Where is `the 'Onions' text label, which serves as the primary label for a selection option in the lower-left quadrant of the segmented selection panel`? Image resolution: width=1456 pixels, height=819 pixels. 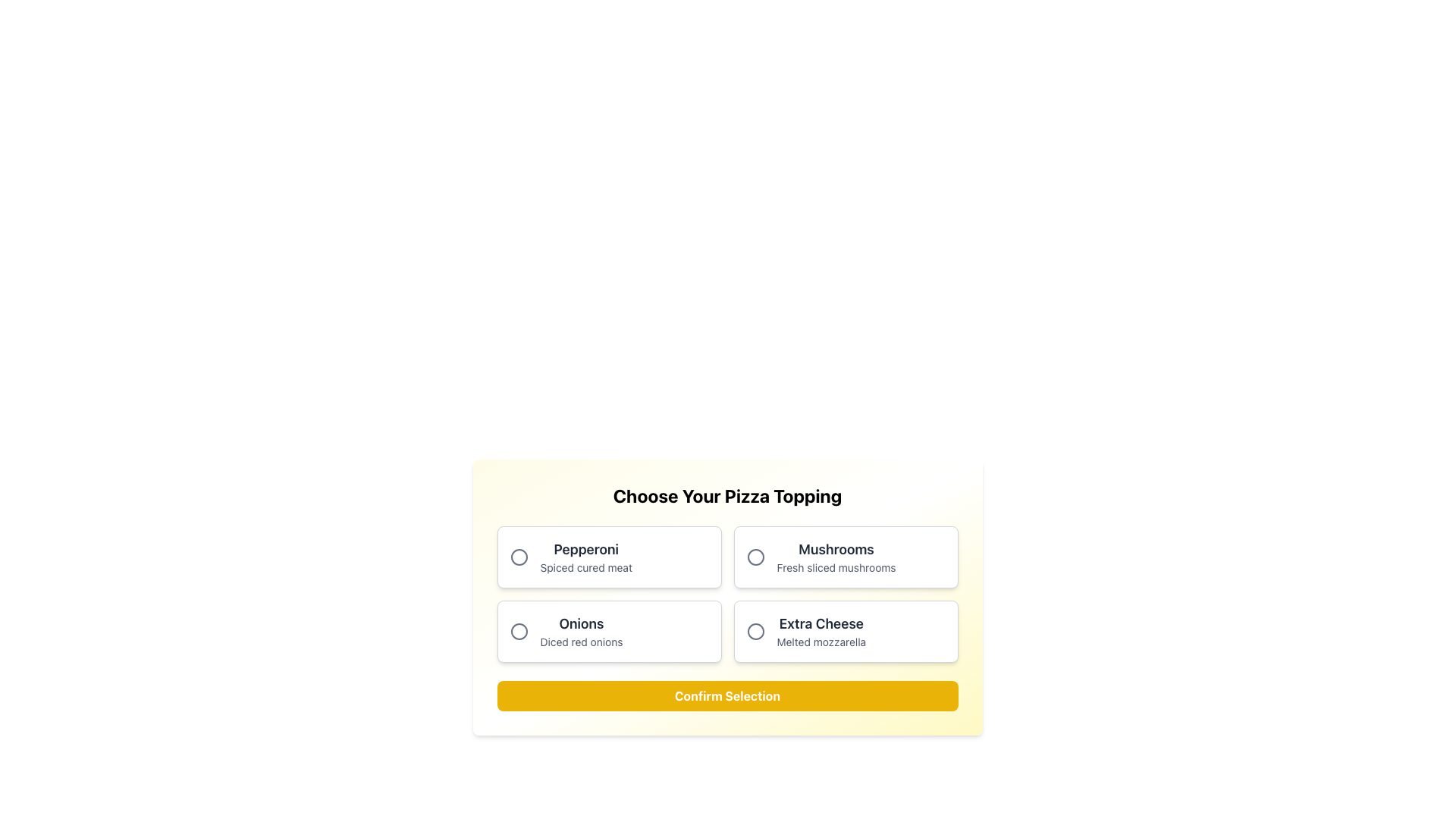 the 'Onions' text label, which serves as the primary label for a selection option in the lower-left quadrant of the segmented selection panel is located at coordinates (581, 623).